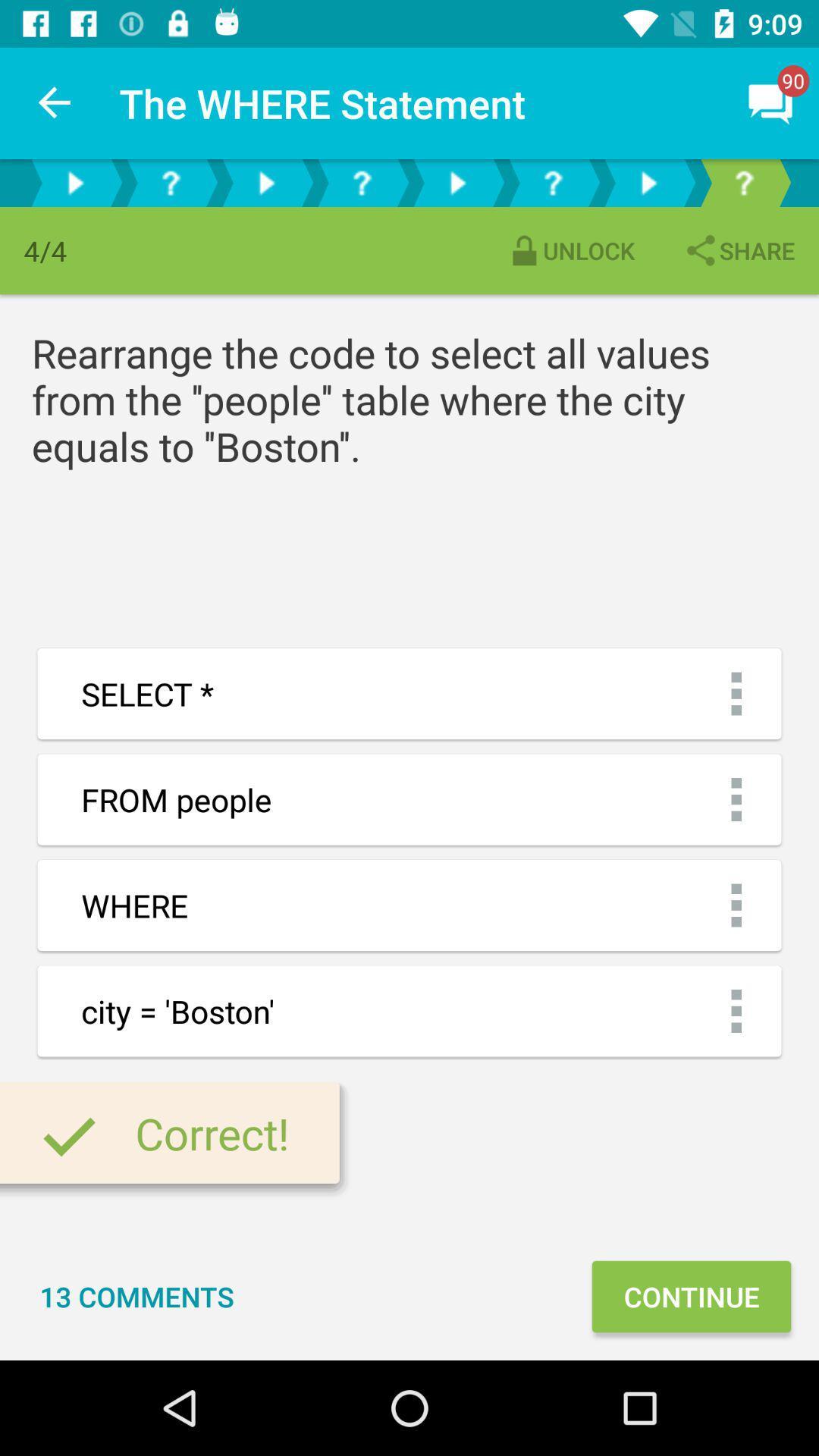 This screenshot has height=1456, width=819. Describe the element at coordinates (362, 182) in the screenshot. I see `question` at that location.